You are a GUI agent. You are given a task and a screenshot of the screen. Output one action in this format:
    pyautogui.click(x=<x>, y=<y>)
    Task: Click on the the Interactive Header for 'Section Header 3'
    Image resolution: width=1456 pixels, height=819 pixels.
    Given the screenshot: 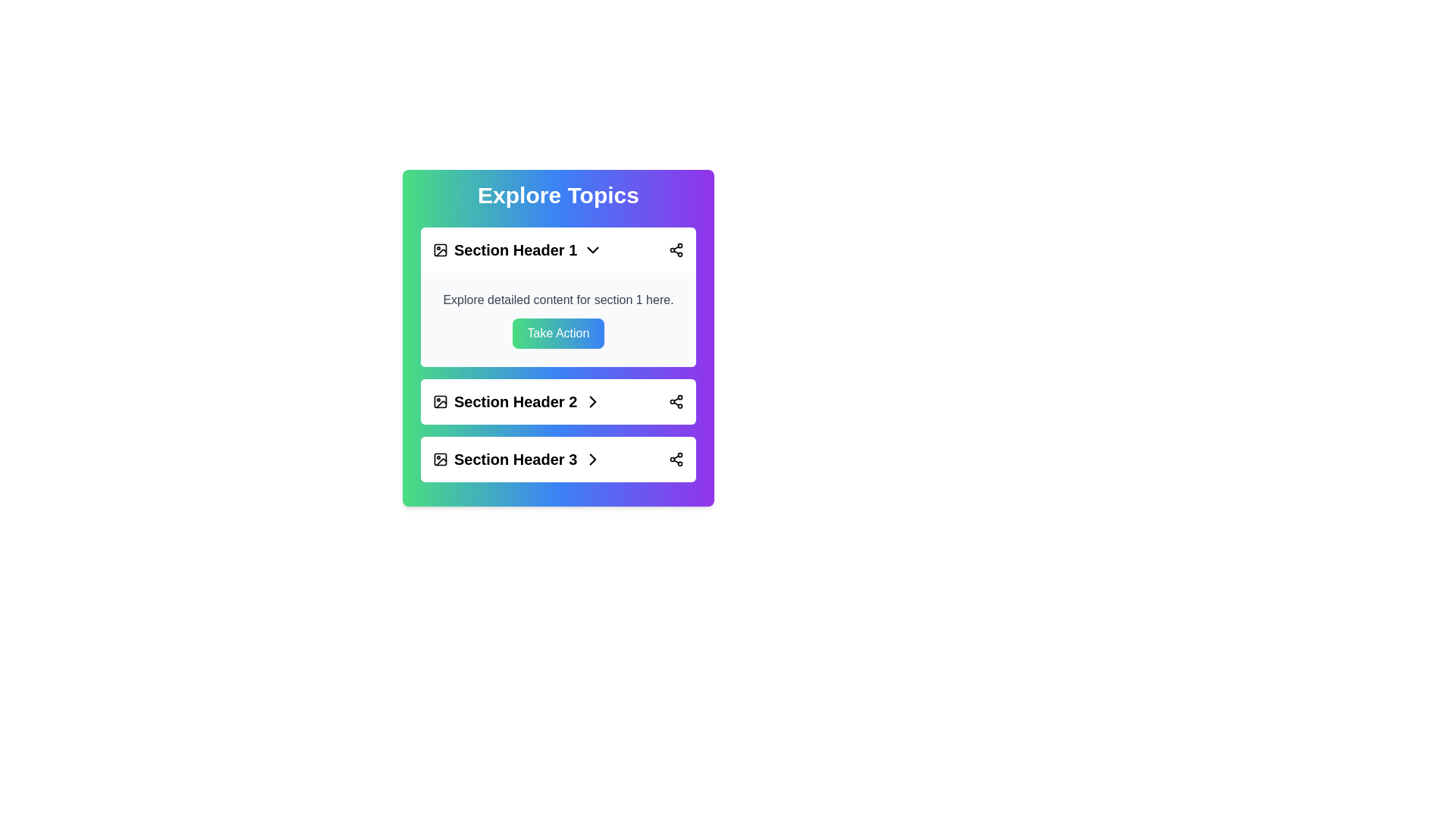 What is the action you would take?
    pyautogui.click(x=557, y=458)
    